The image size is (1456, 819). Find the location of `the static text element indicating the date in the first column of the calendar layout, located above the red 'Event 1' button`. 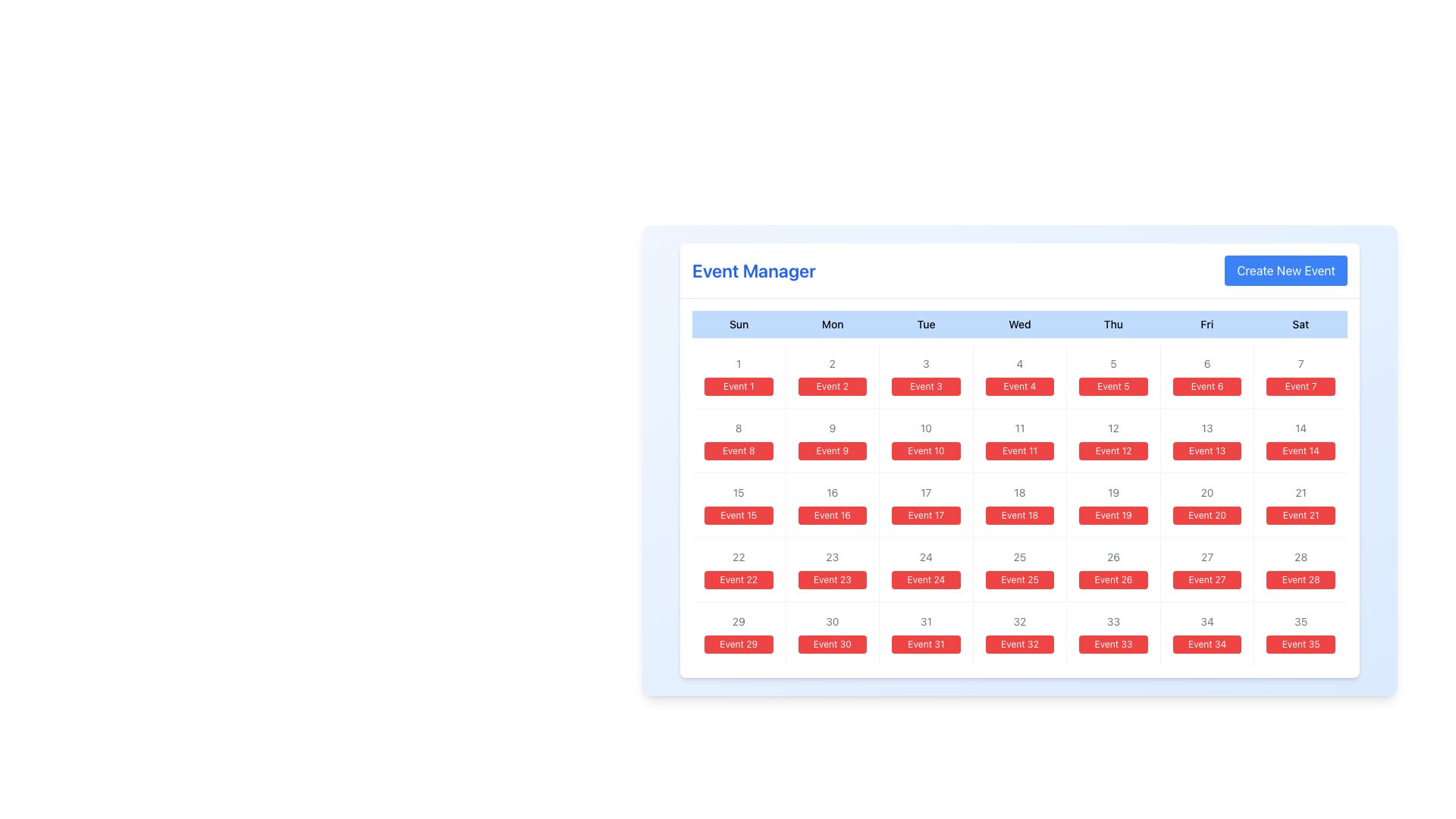

the static text element indicating the date in the first column of the calendar layout, located above the red 'Event 1' button is located at coordinates (739, 363).